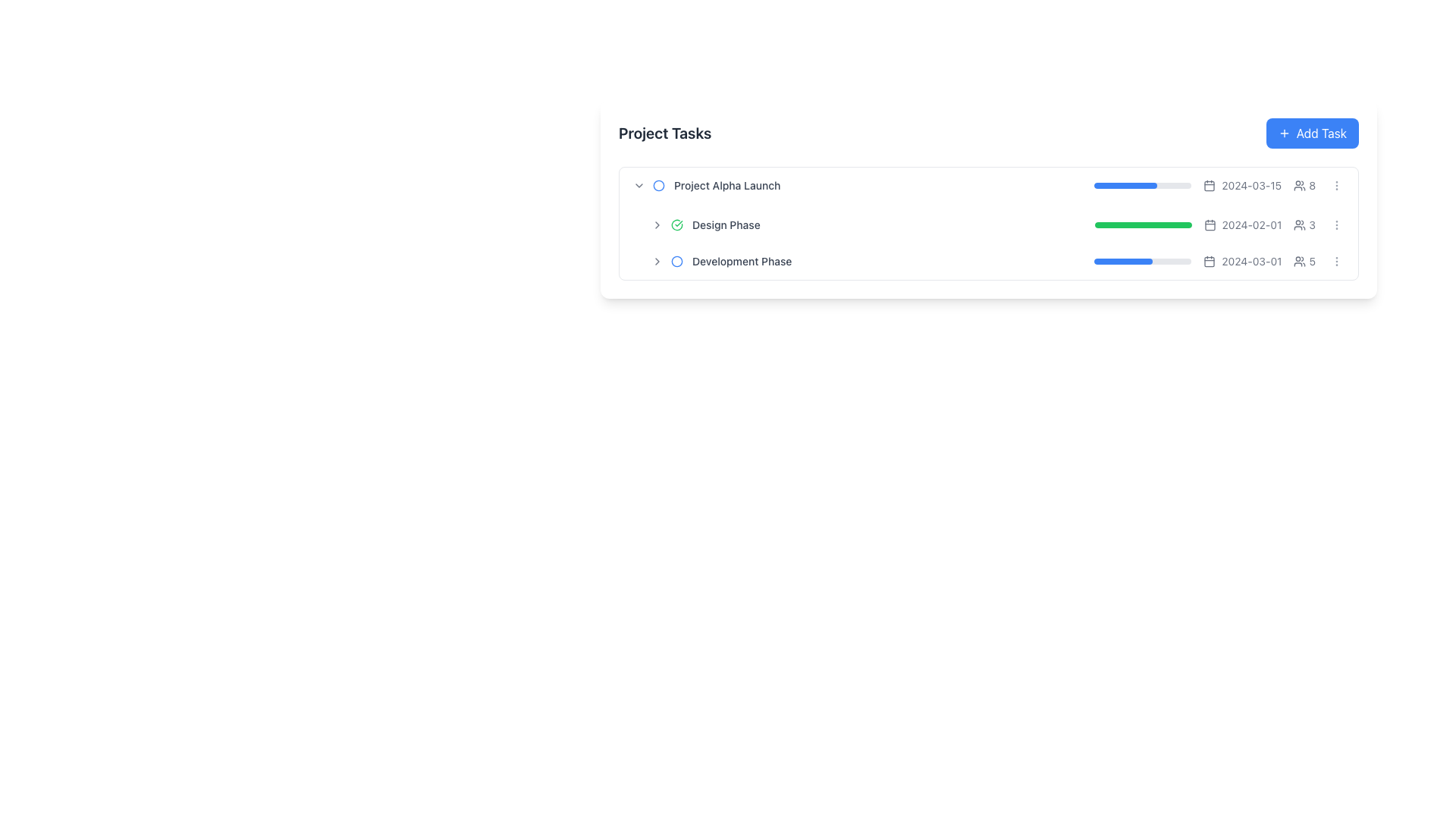 The width and height of the screenshot is (1456, 819). Describe the element at coordinates (1242, 185) in the screenshot. I see `the third date element in the 'Design Phase' row, which displays the due date for the related task and is positioned to the right of task titles and progress bars` at that location.